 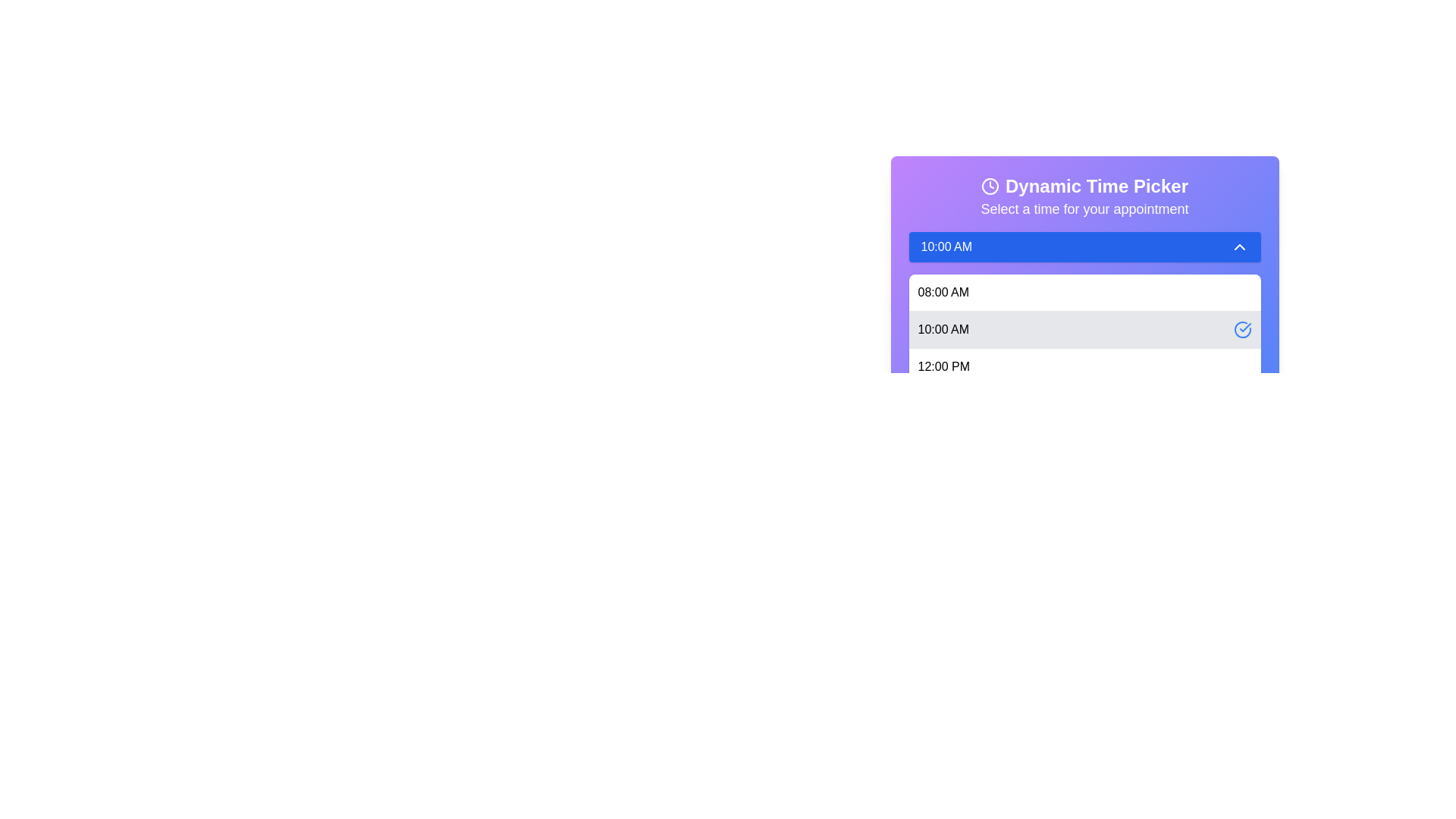 What do you see at coordinates (990, 186) in the screenshot?
I see `the circular outline of the clock face within the clock icon located at the top-left corner of the time picker interface` at bounding box center [990, 186].